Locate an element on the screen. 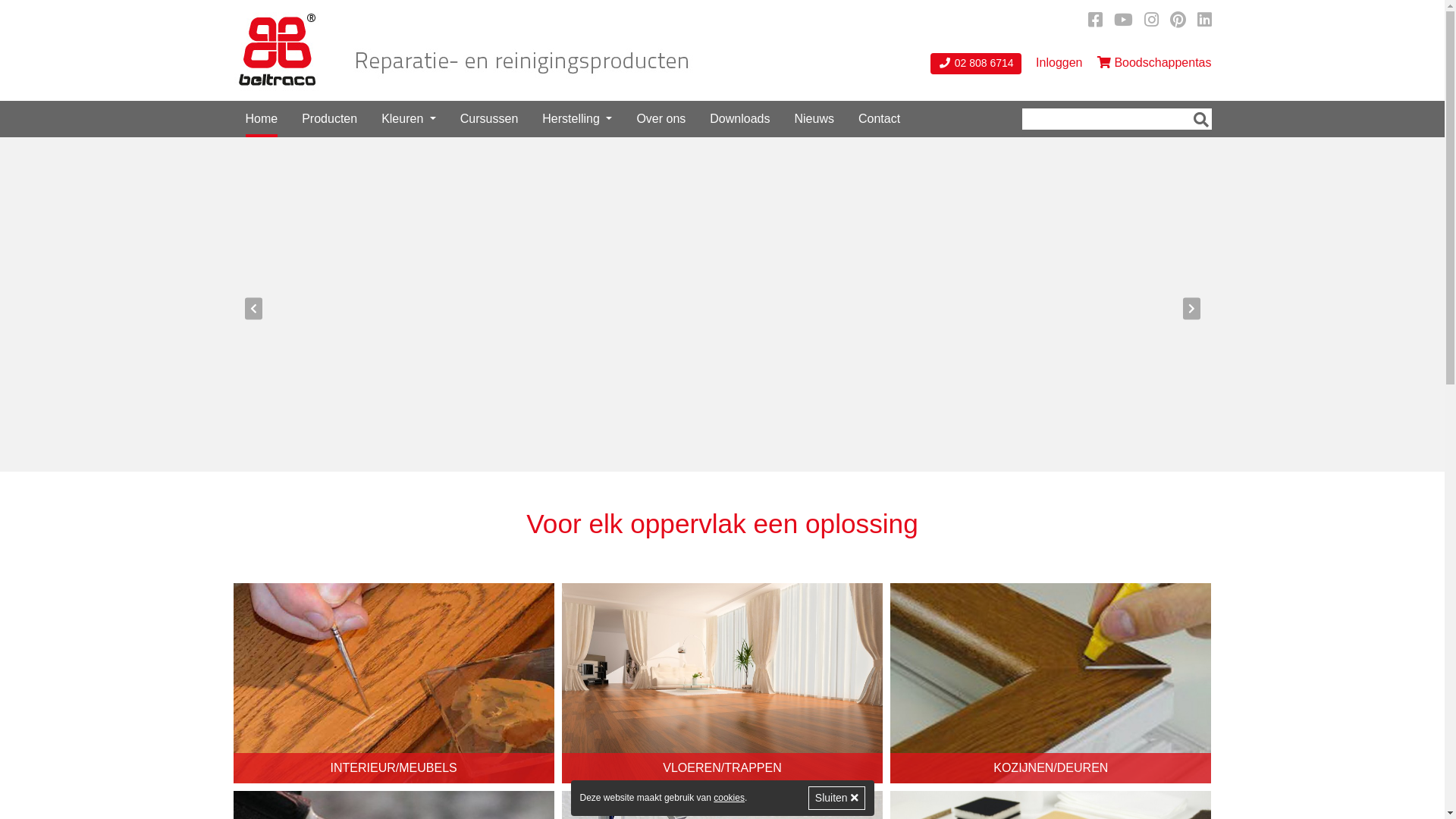 The width and height of the screenshot is (1456, 819). 'Downloads' is located at coordinates (739, 118).